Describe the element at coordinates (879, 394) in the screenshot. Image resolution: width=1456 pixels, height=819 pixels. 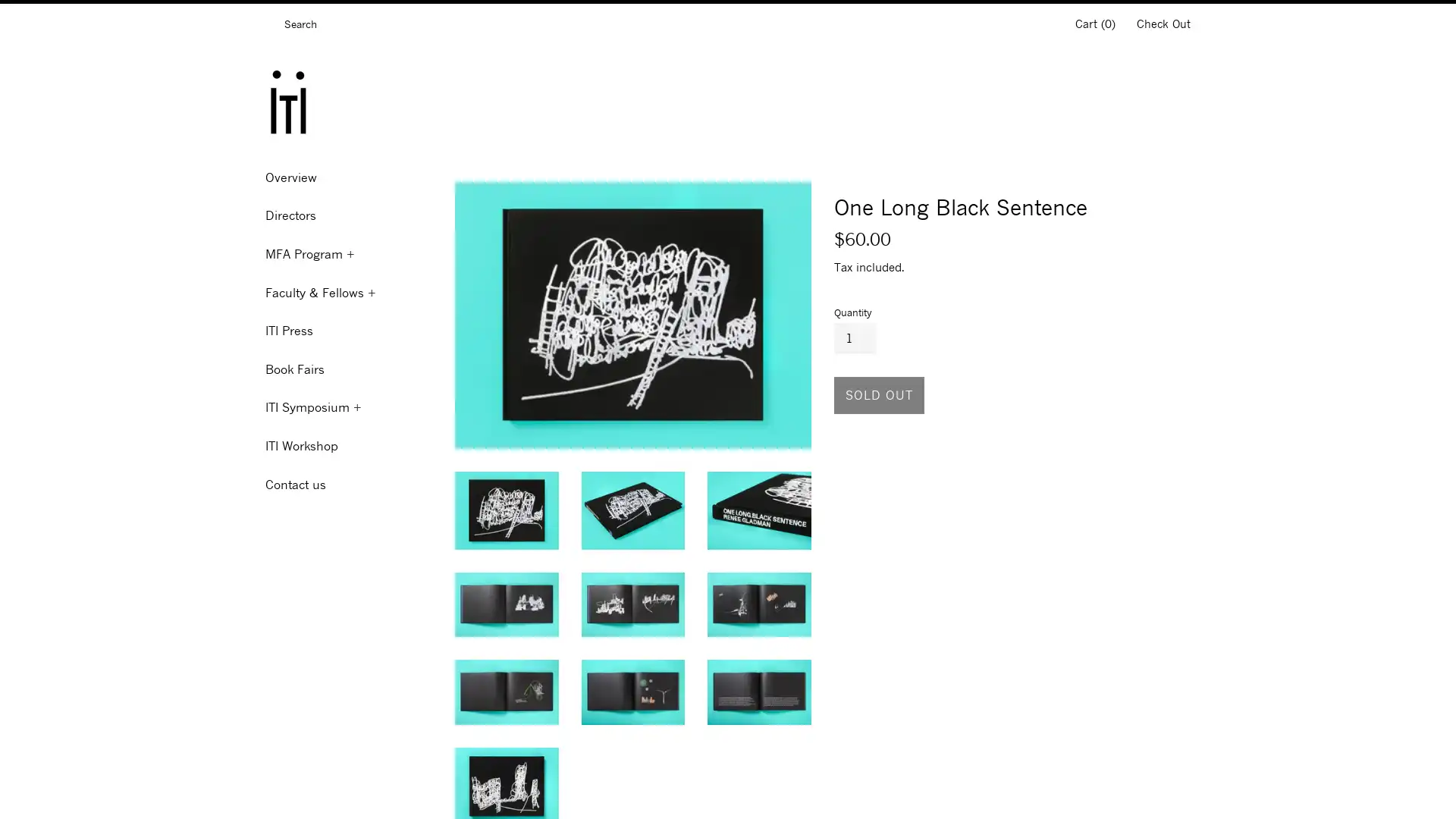
I see `SOLD OUT` at that location.